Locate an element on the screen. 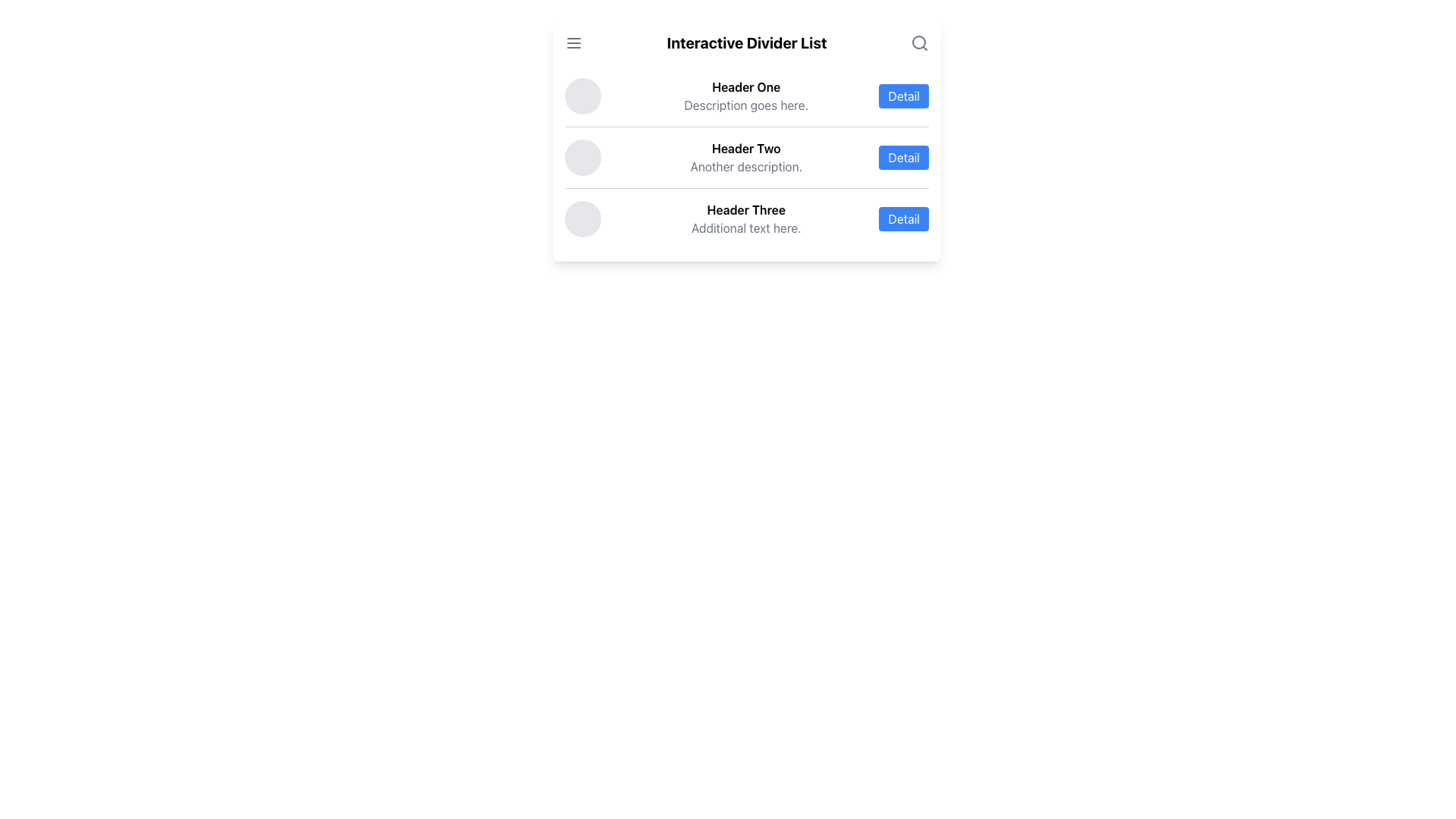 This screenshot has width=1456, height=819. the third item in the list, which contains a 'Detail' button for further interaction is located at coordinates (746, 218).